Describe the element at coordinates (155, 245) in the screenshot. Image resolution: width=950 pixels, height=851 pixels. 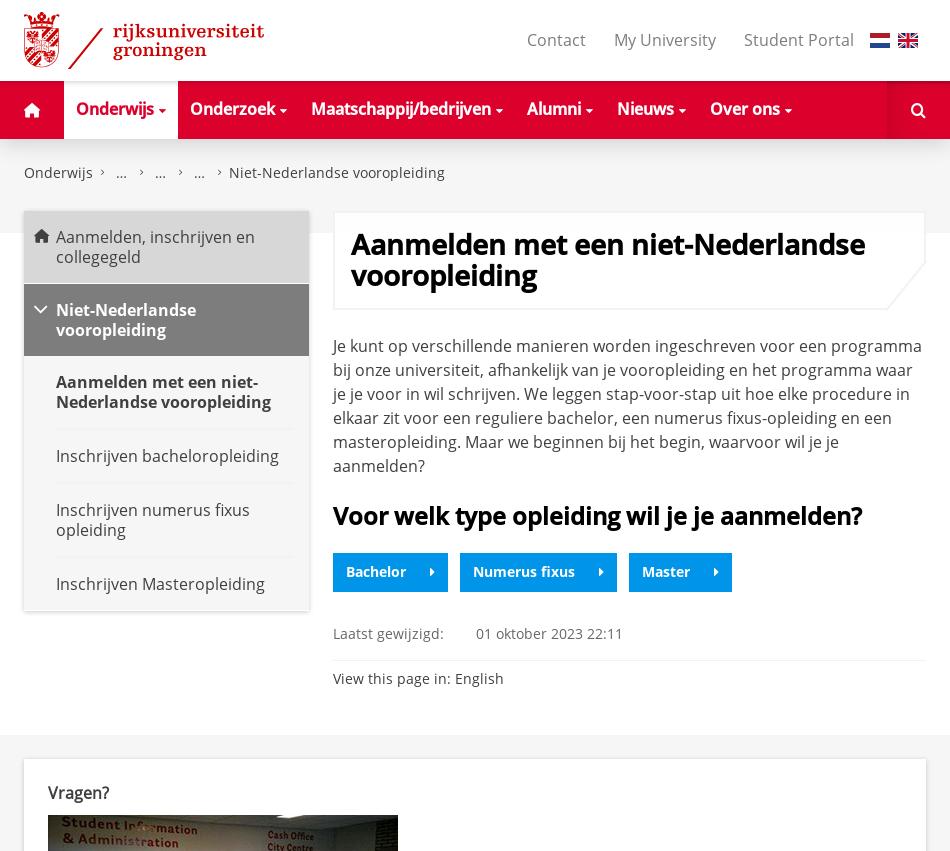
I see `'Aanmelden, inschrijven en collegegeld'` at that location.